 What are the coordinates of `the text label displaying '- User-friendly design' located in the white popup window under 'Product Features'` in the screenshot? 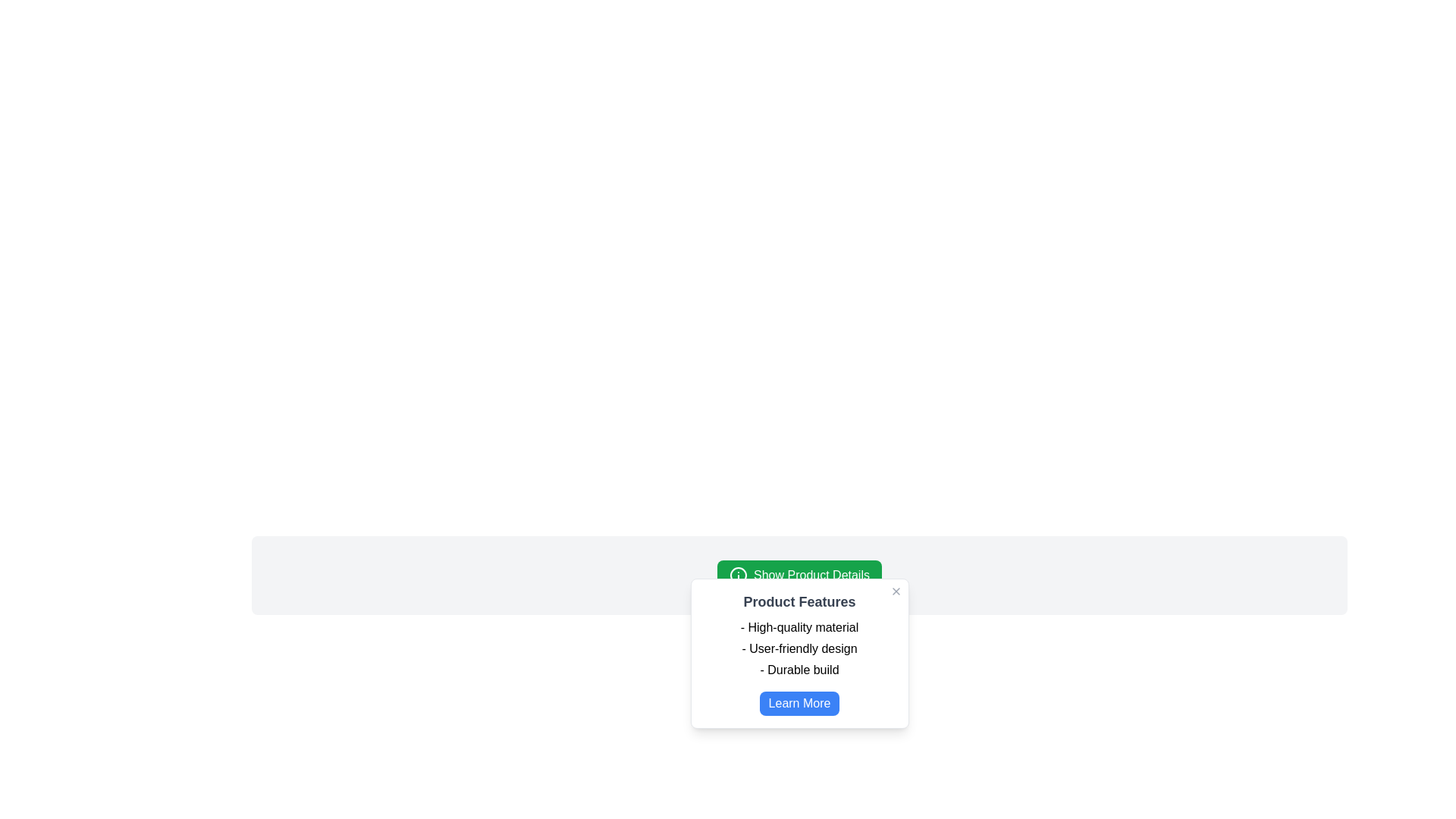 It's located at (799, 648).